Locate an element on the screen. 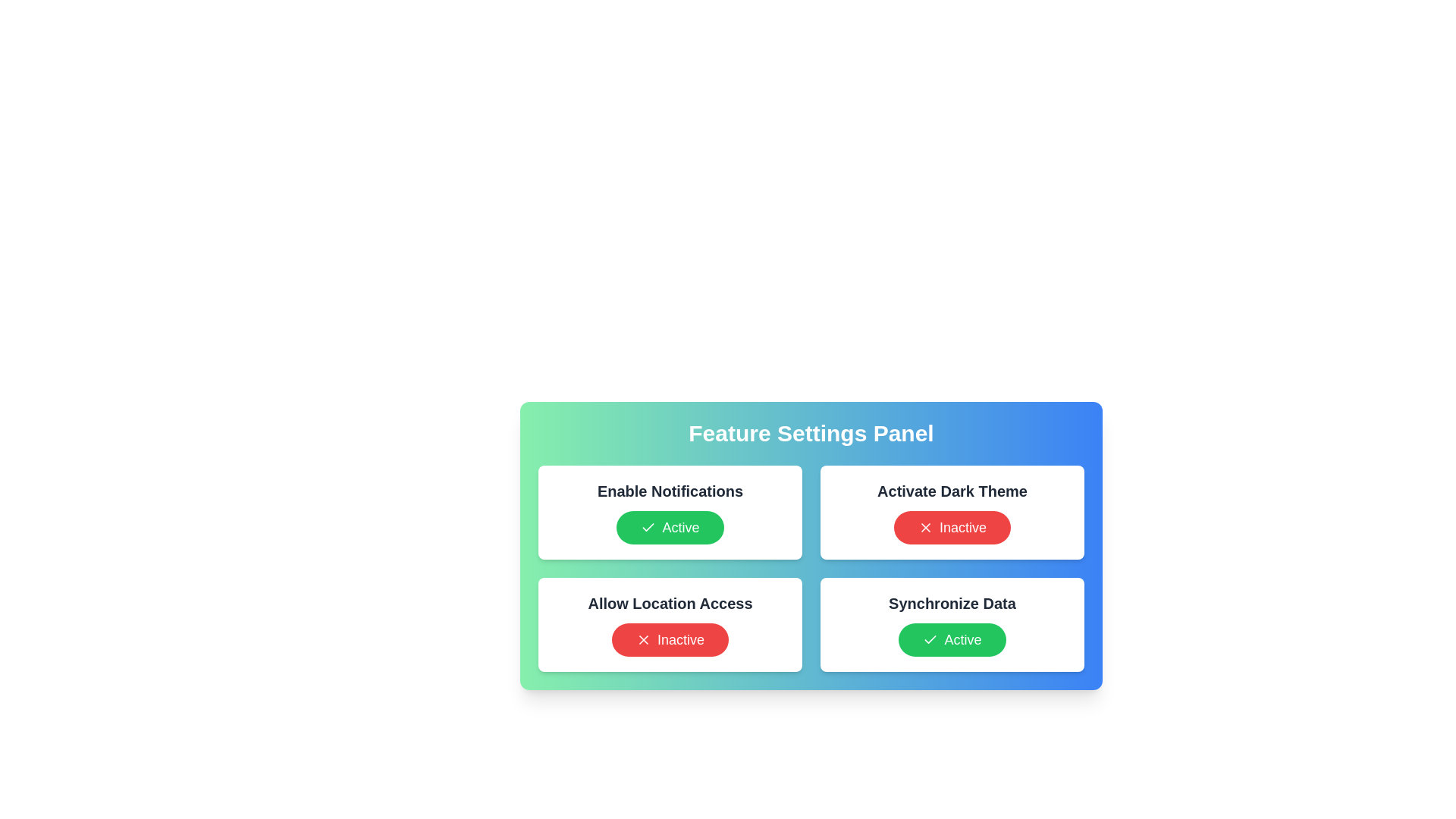 This screenshot has width=1456, height=819. the button corresponding to Activate Dark Theme to toggle its state is located at coordinates (952, 526).